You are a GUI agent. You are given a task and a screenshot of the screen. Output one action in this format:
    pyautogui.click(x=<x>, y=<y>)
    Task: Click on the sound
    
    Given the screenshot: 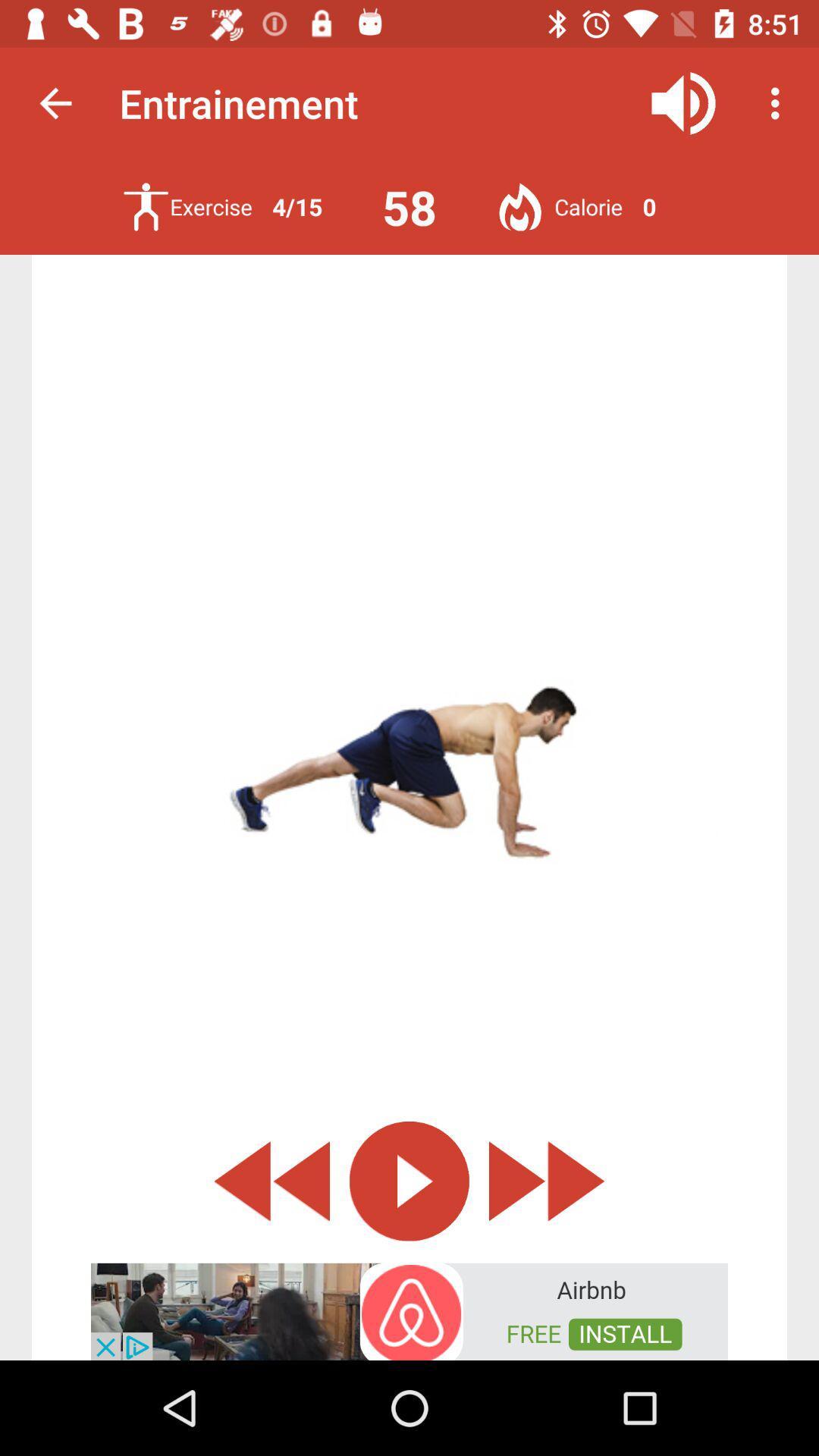 What is the action you would take?
    pyautogui.click(x=683, y=102)
    